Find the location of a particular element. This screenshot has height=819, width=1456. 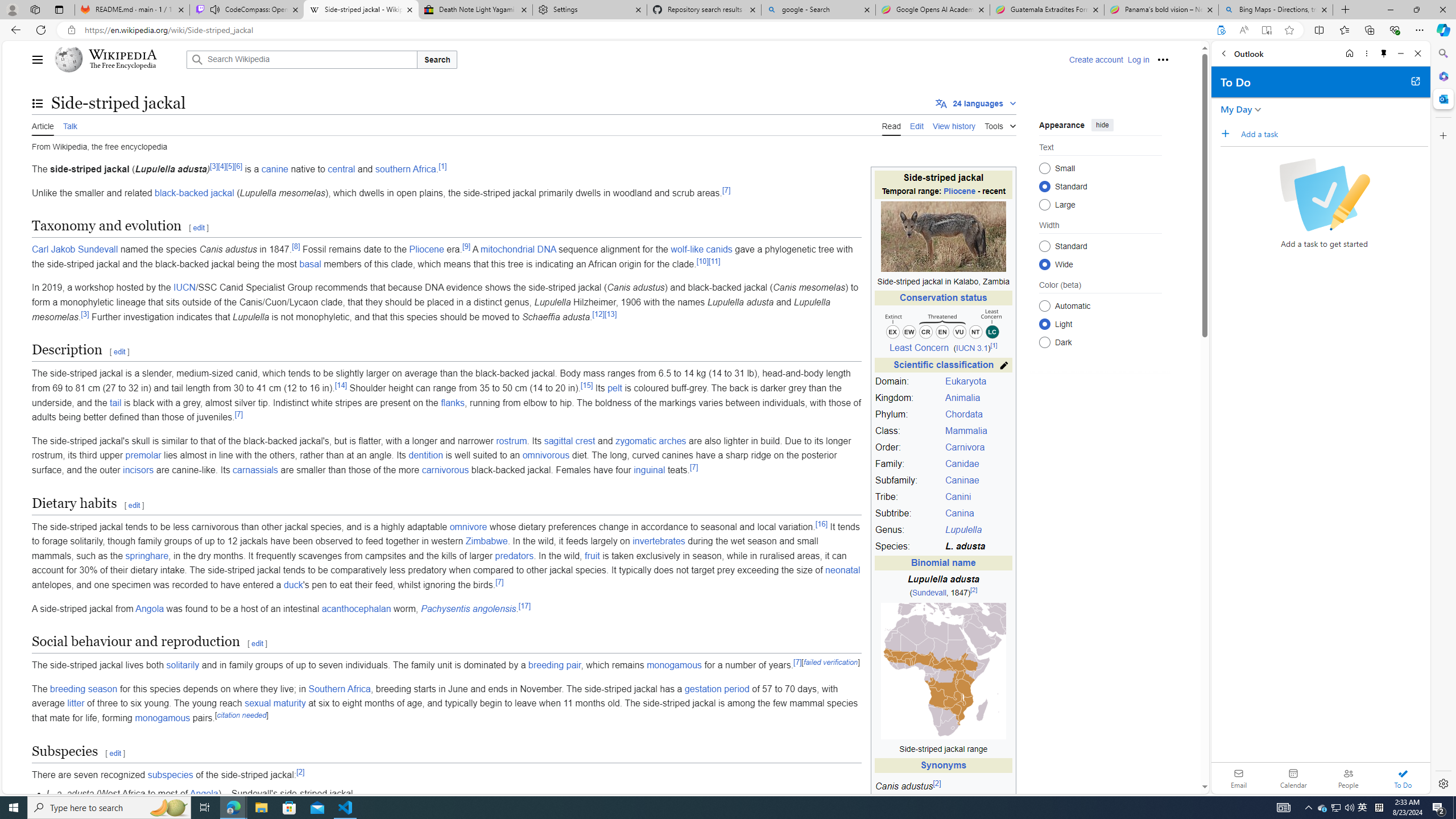

'Pachysentis angolensis' is located at coordinates (468, 607).